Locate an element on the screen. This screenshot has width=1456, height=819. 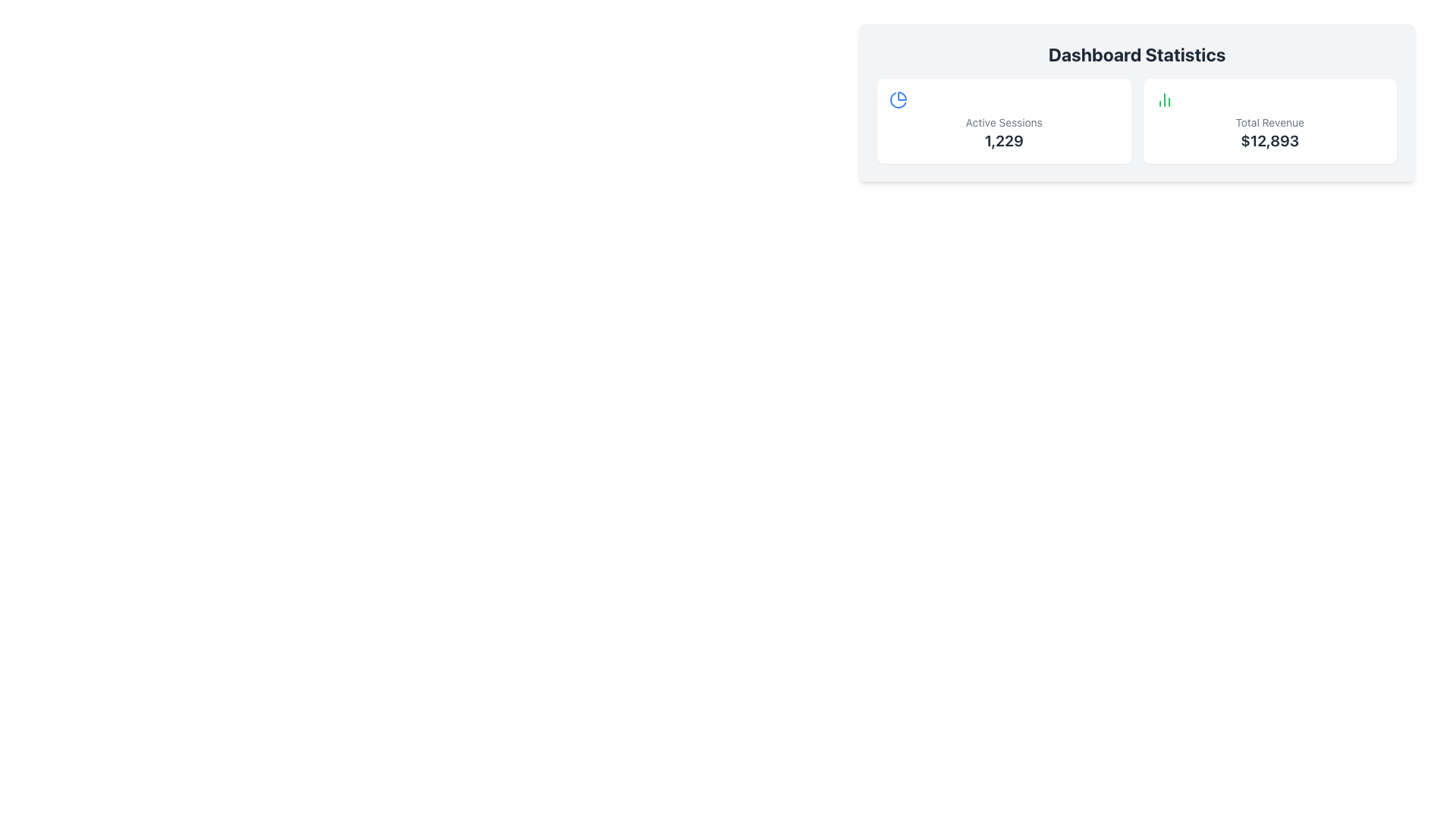
one of the panels in the summary widget of the Dashboard Statistics, which displays key performance indicators such as Active Sessions and Total Revenue is located at coordinates (1137, 120).